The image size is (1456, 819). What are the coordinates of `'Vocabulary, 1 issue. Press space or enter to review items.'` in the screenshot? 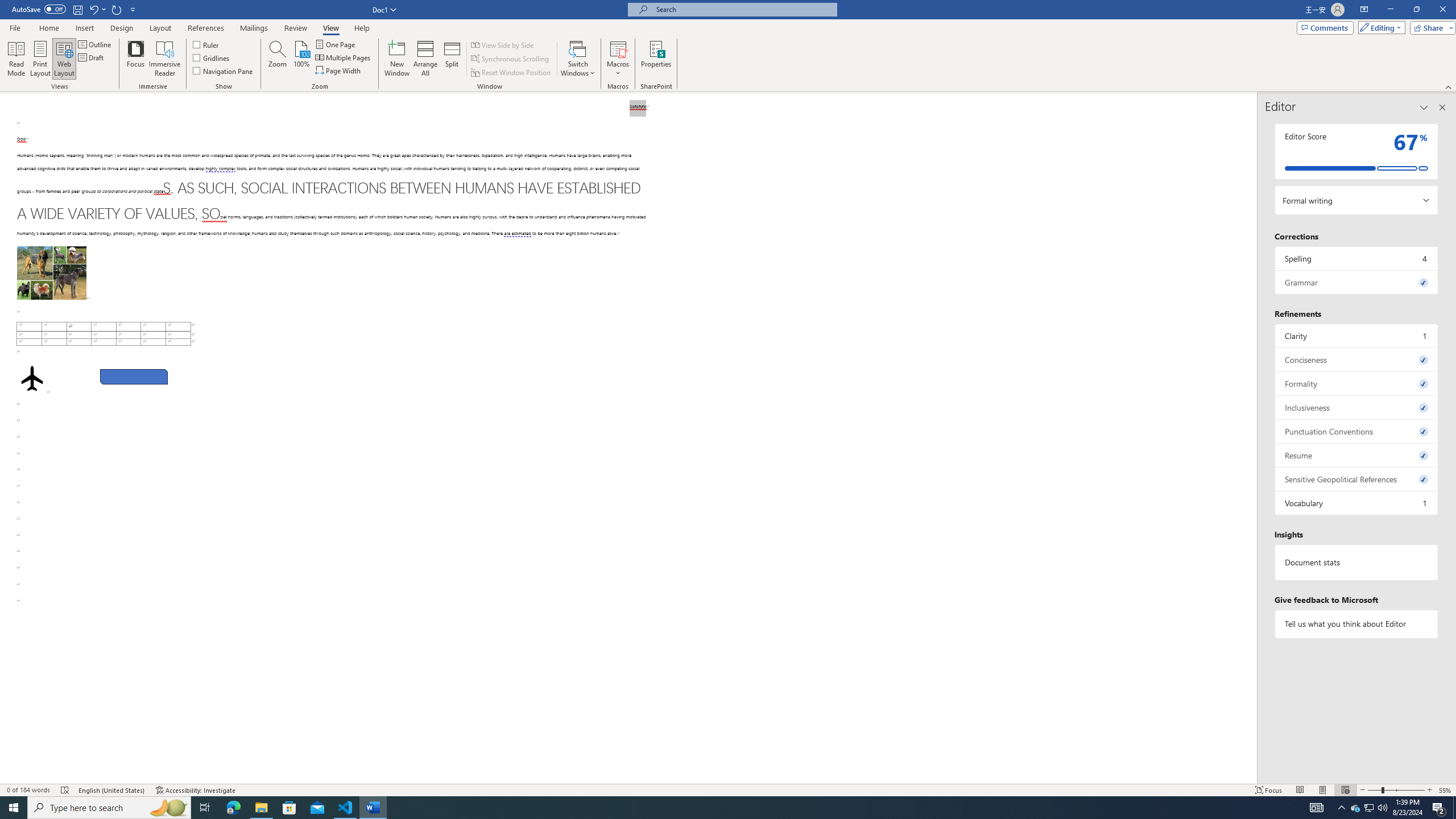 It's located at (1356, 503).